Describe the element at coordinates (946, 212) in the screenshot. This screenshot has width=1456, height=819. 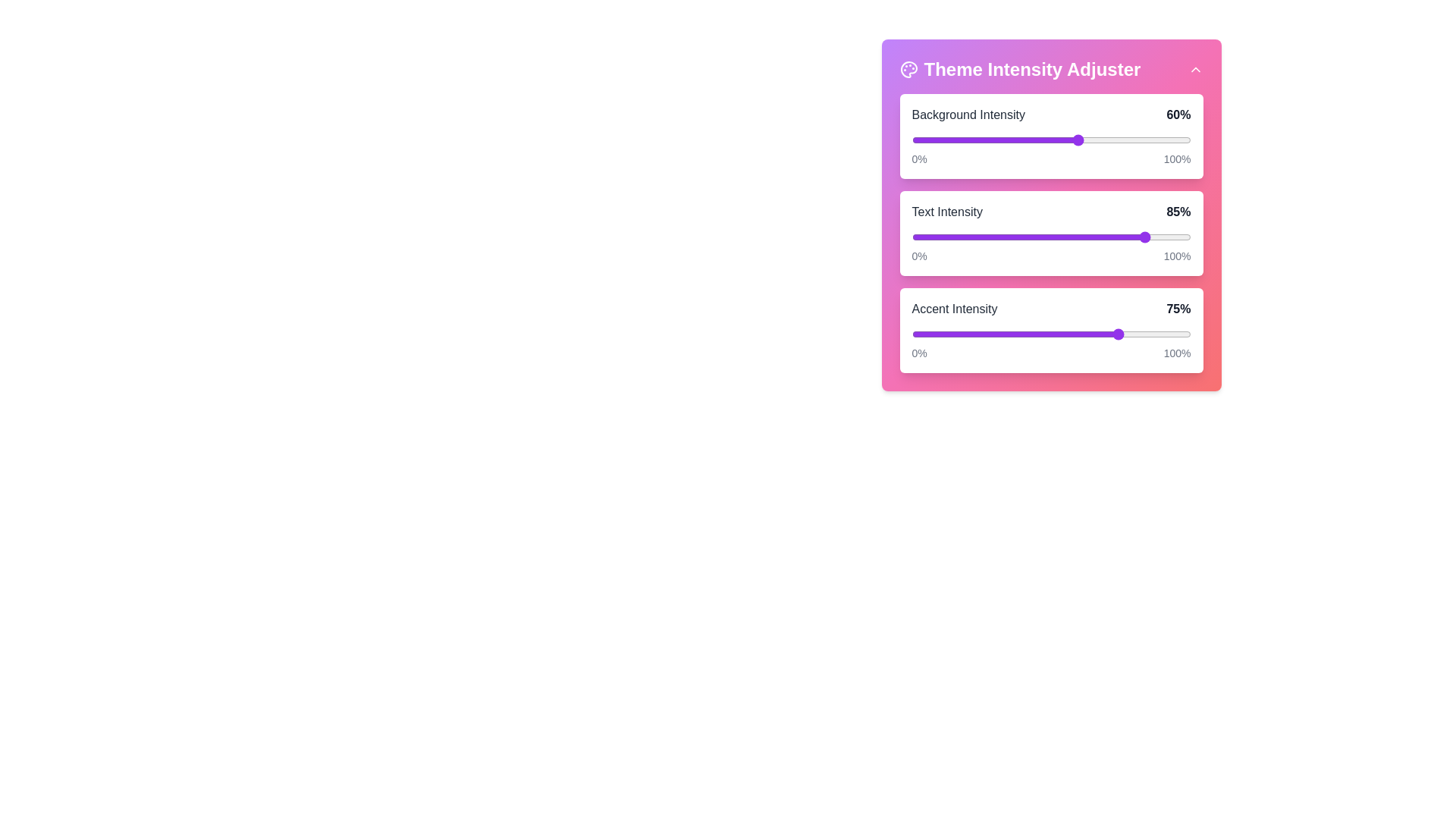
I see `the 'Text Intensity' label which is part of the Theme Intensity Adjuster card located in the middle section of the interface` at that location.